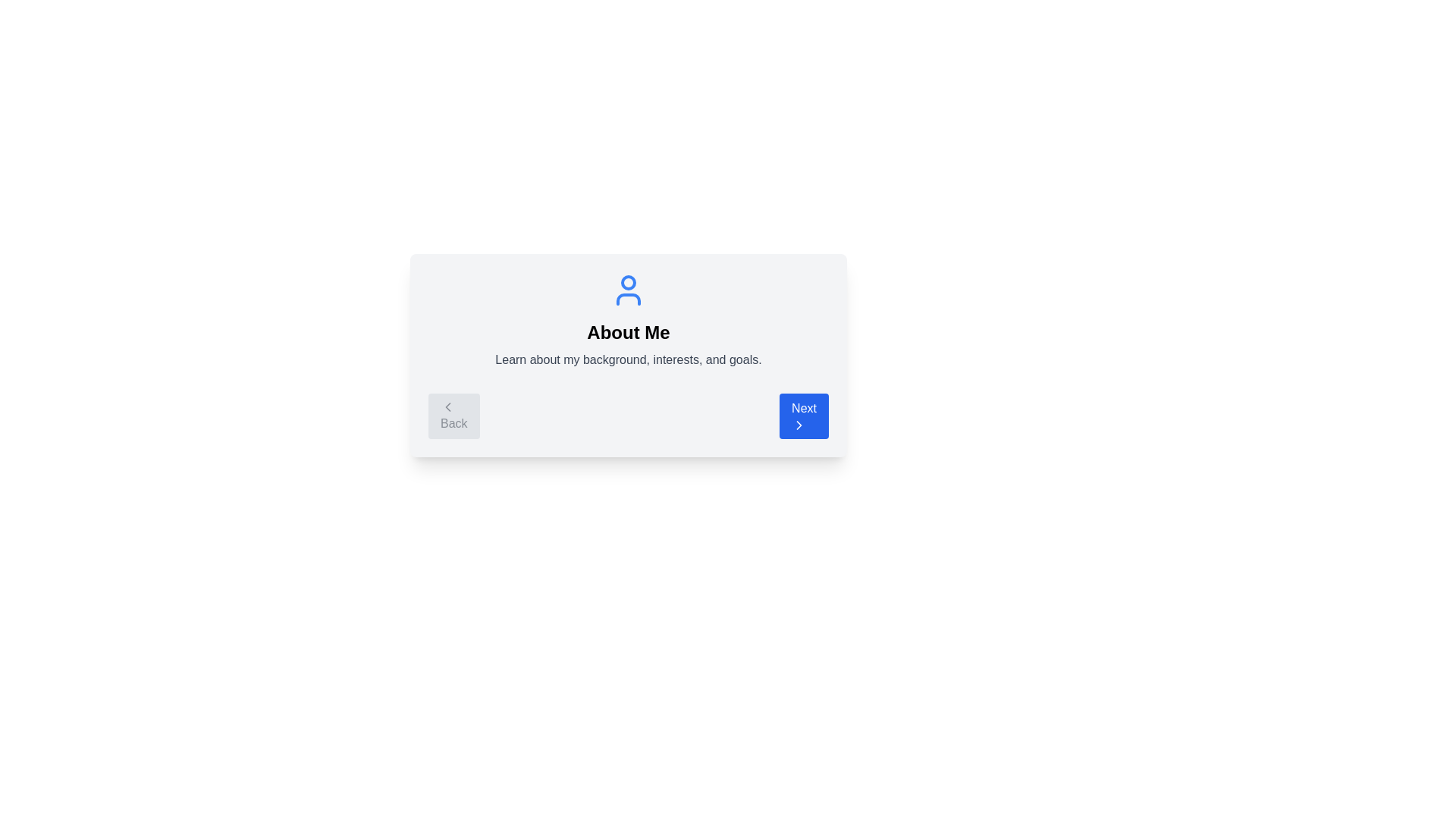 The image size is (1456, 819). What do you see at coordinates (629, 283) in the screenshot?
I see `the circular vector graphic element representing the head of the user icon, which is filled with white and has a blue outline, located at the top center of the card` at bounding box center [629, 283].